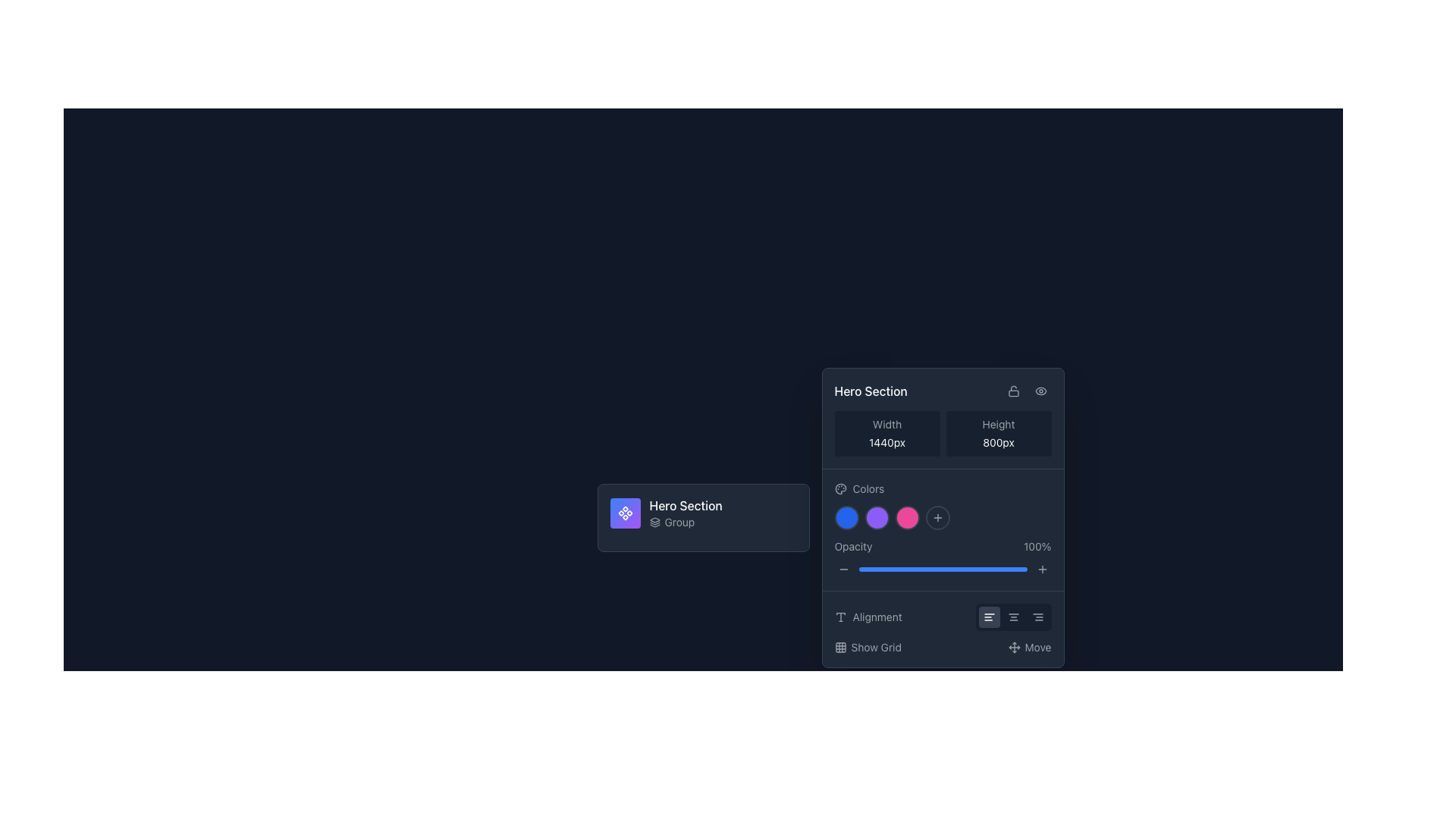 The width and height of the screenshot is (1456, 819). I want to click on text displayed in the Text Label that shows the current opacity value as a percentage, located near the bottom-right corner of the opacity control section, to the right of the 'Opacity' label, so click(1037, 547).